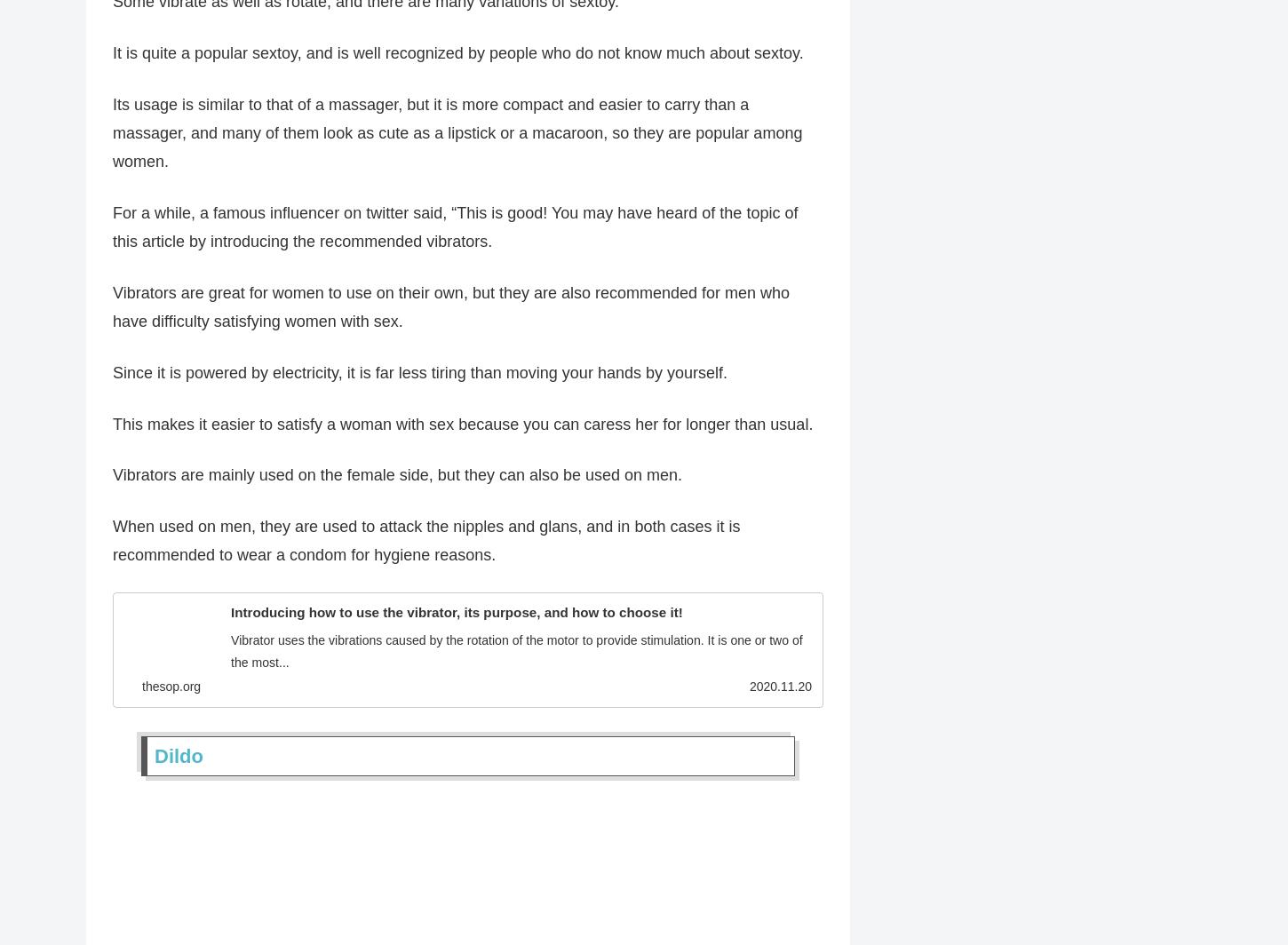 The height and width of the screenshot is (945, 1288). I want to click on 'It is quite a popular sextoy, and is well recognized by people who do not know much about sextoy.', so click(457, 60).